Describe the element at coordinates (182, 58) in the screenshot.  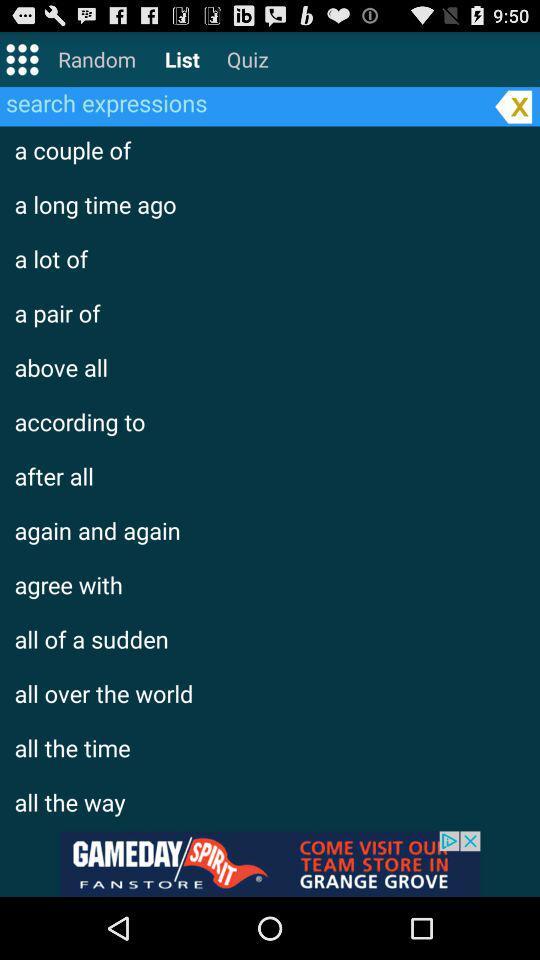
I see `list on the top of the page` at that location.